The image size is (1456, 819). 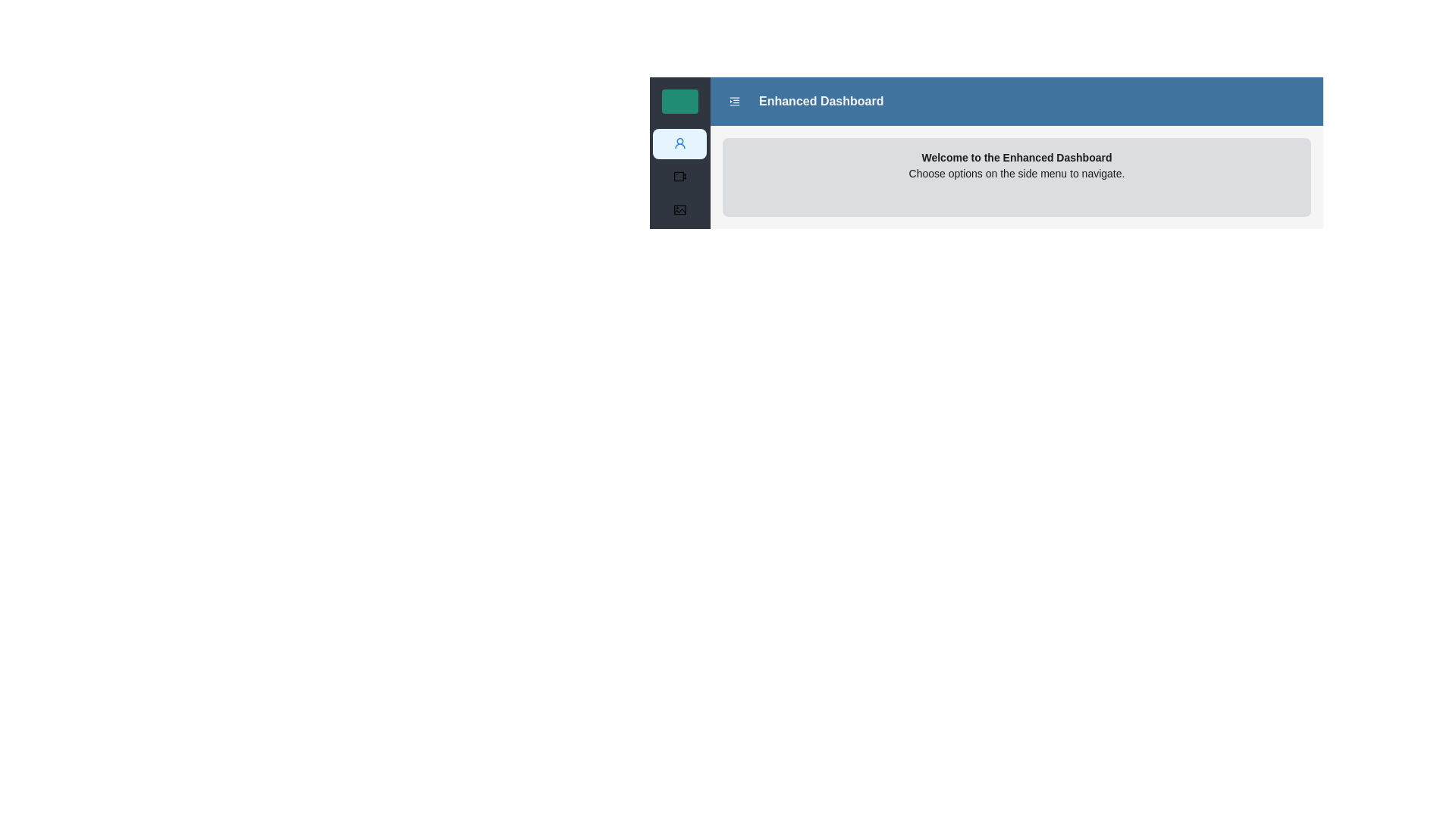 What do you see at coordinates (679, 177) in the screenshot?
I see `the 'Videos' menu item, which has a dark background and a camera icon, located in the vertical sidebar menu below the 'Profile' item` at bounding box center [679, 177].